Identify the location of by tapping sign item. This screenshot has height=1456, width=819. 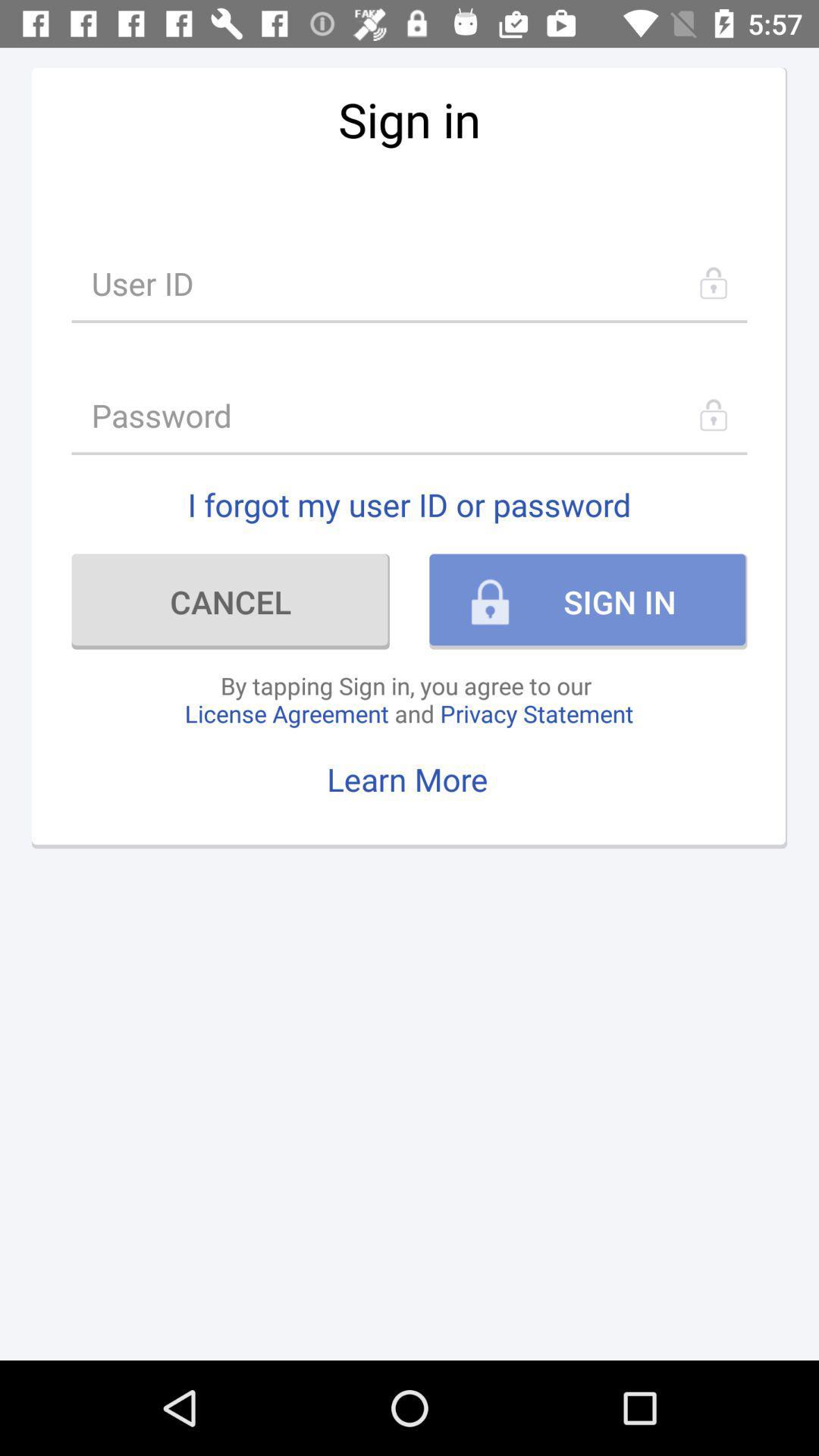
(408, 698).